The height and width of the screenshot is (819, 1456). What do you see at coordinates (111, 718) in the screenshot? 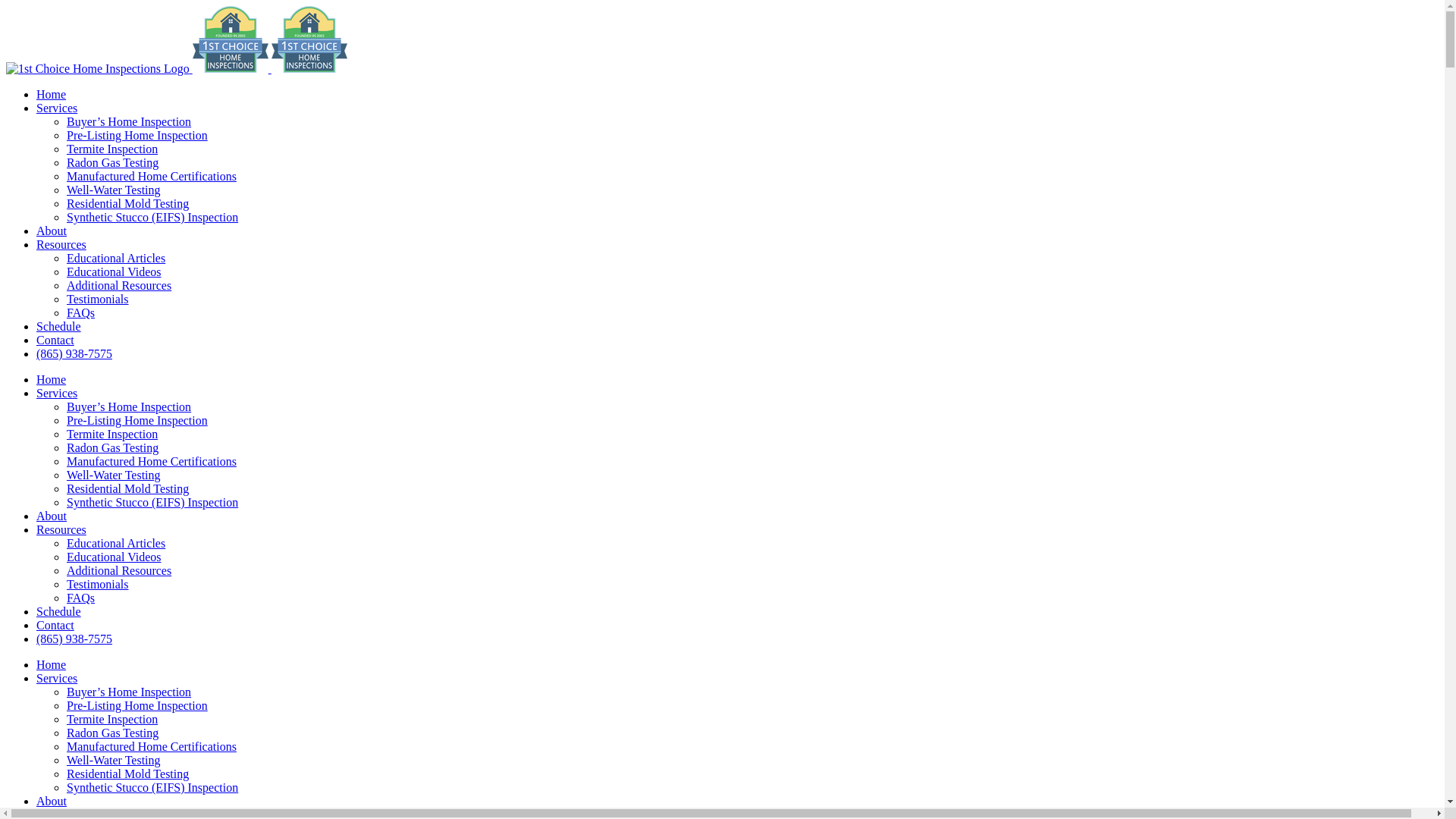
I see `'Termite Inspection'` at bounding box center [111, 718].